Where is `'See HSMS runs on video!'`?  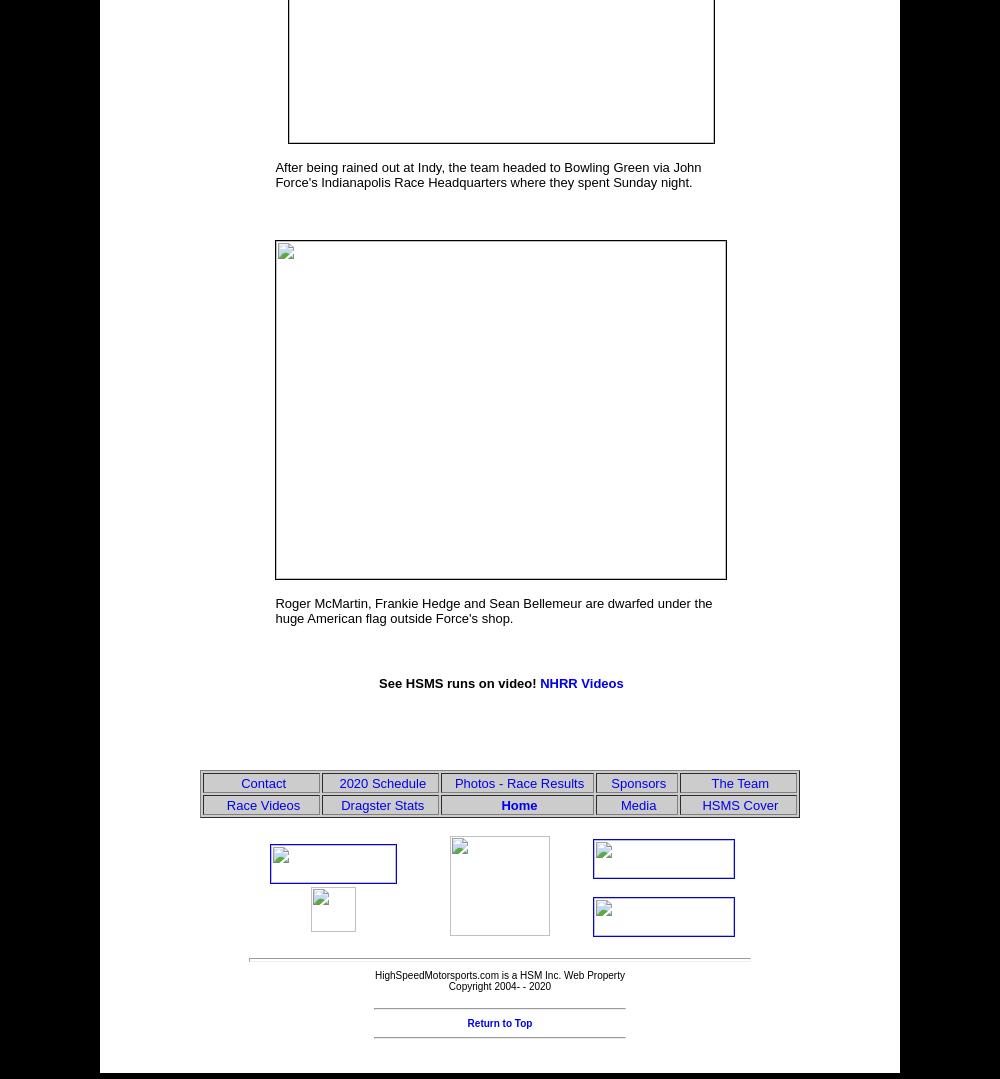
'See HSMS runs on video!' is located at coordinates (458, 683).